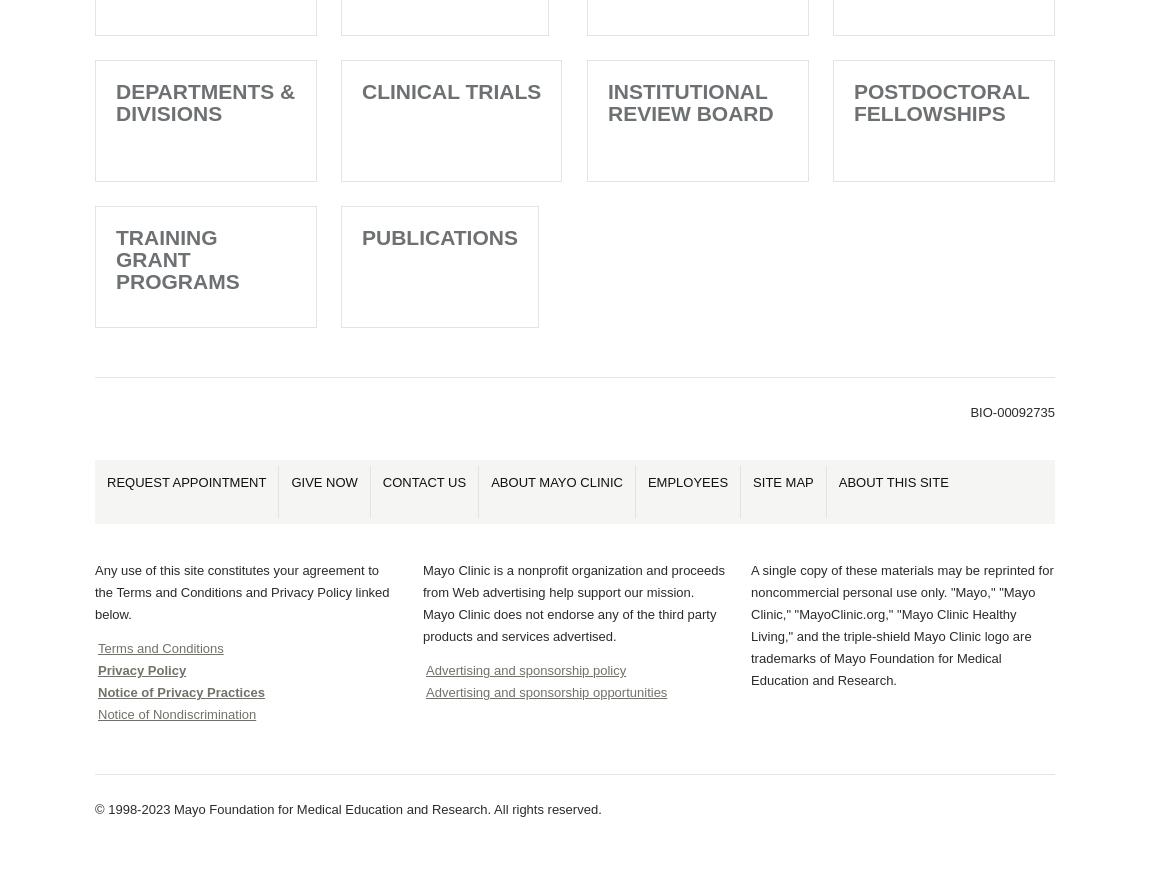 This screenshot has width=1150, height=888. I want to click on 'Give Now', so click(323, 482).